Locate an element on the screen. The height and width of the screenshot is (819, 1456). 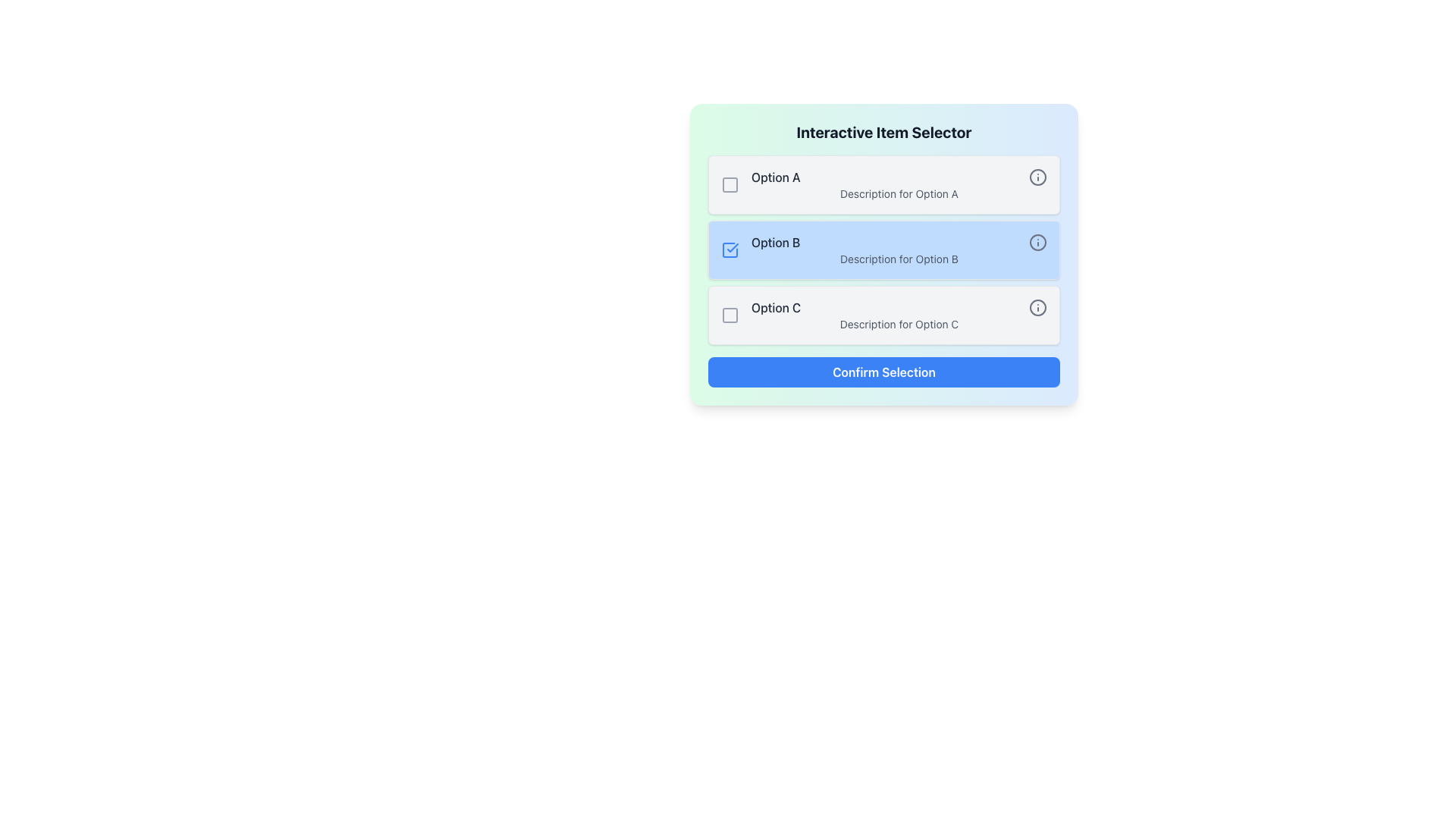
the selectable checkbox for 'Option B' is located at coordinates (730, 249).